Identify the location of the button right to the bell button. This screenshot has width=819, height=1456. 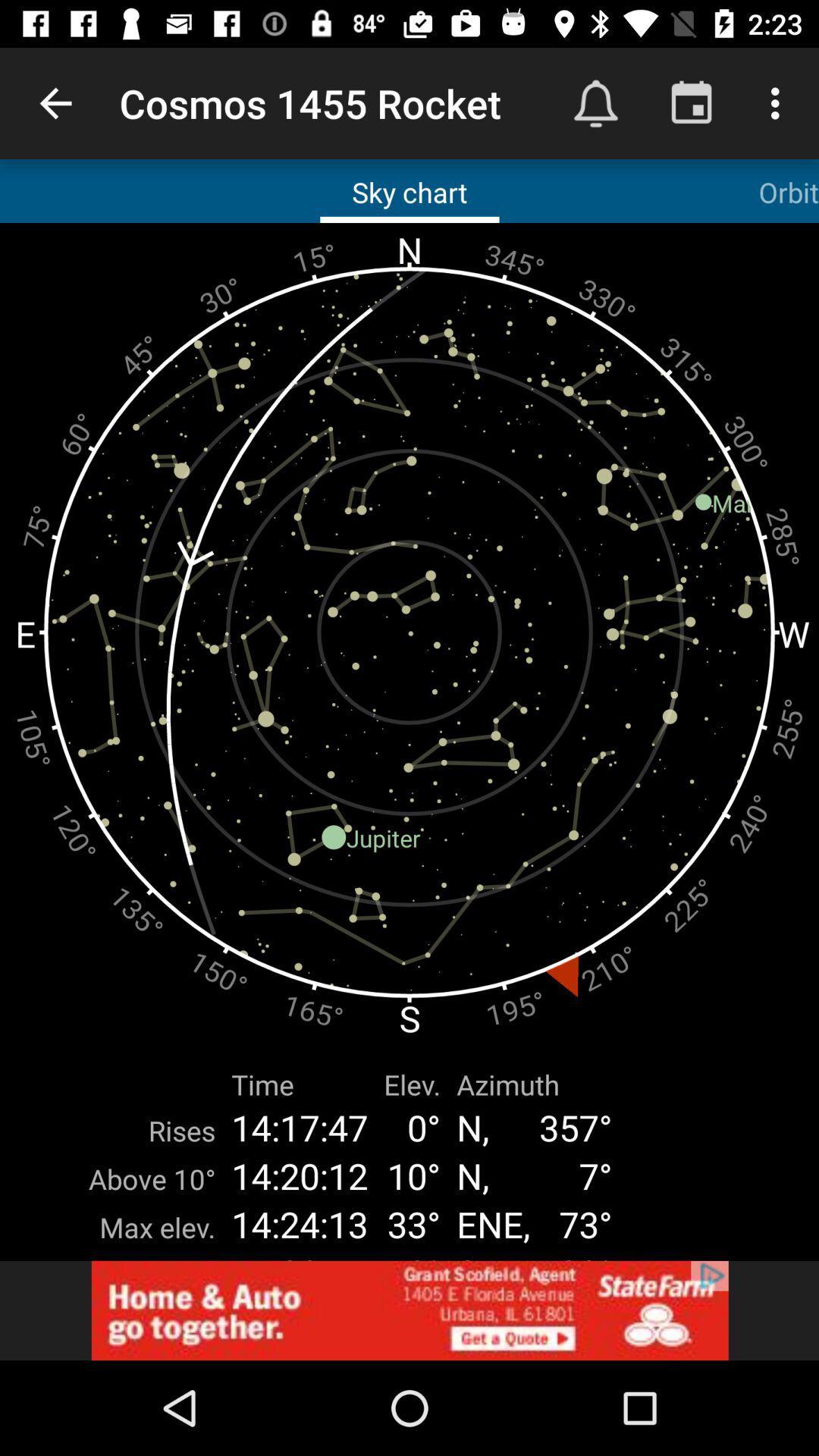
(691, 103).